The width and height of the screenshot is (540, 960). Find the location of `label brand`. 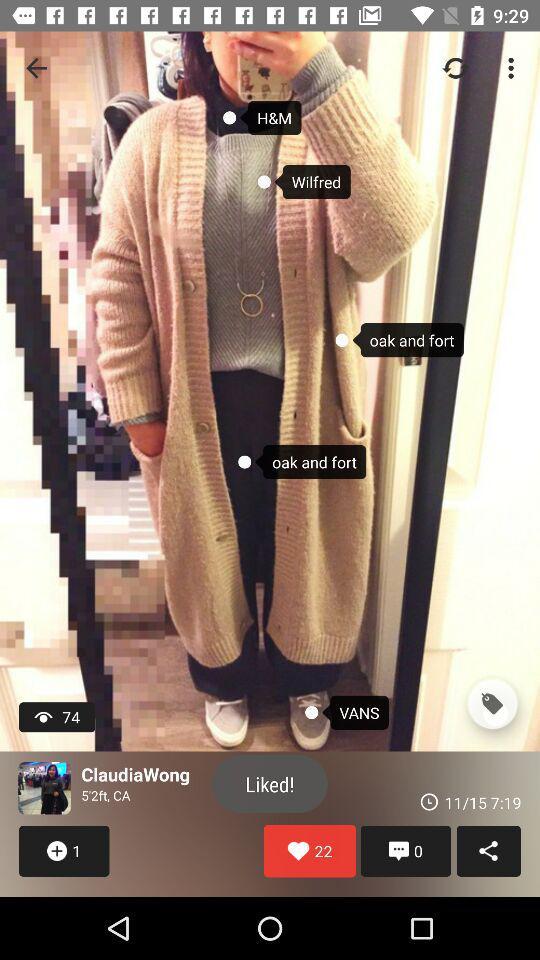

label brand is located at coordinates (491, 704).